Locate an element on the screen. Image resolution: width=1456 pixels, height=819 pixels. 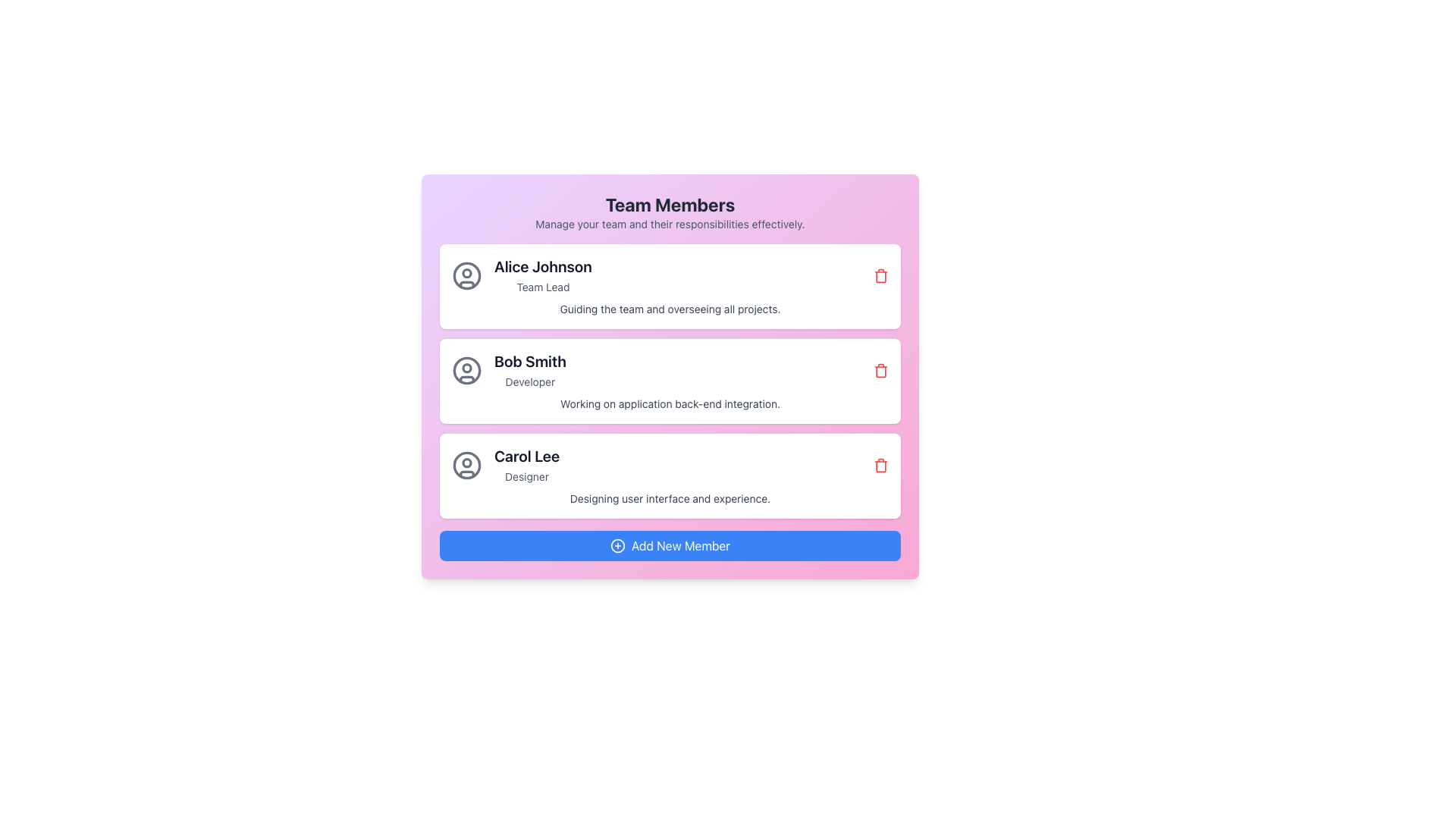
text displayed in the second card of the 'Team Members' section, which shows 'Bob Smith' and 'Developer' is located at coordinates (530, 371).